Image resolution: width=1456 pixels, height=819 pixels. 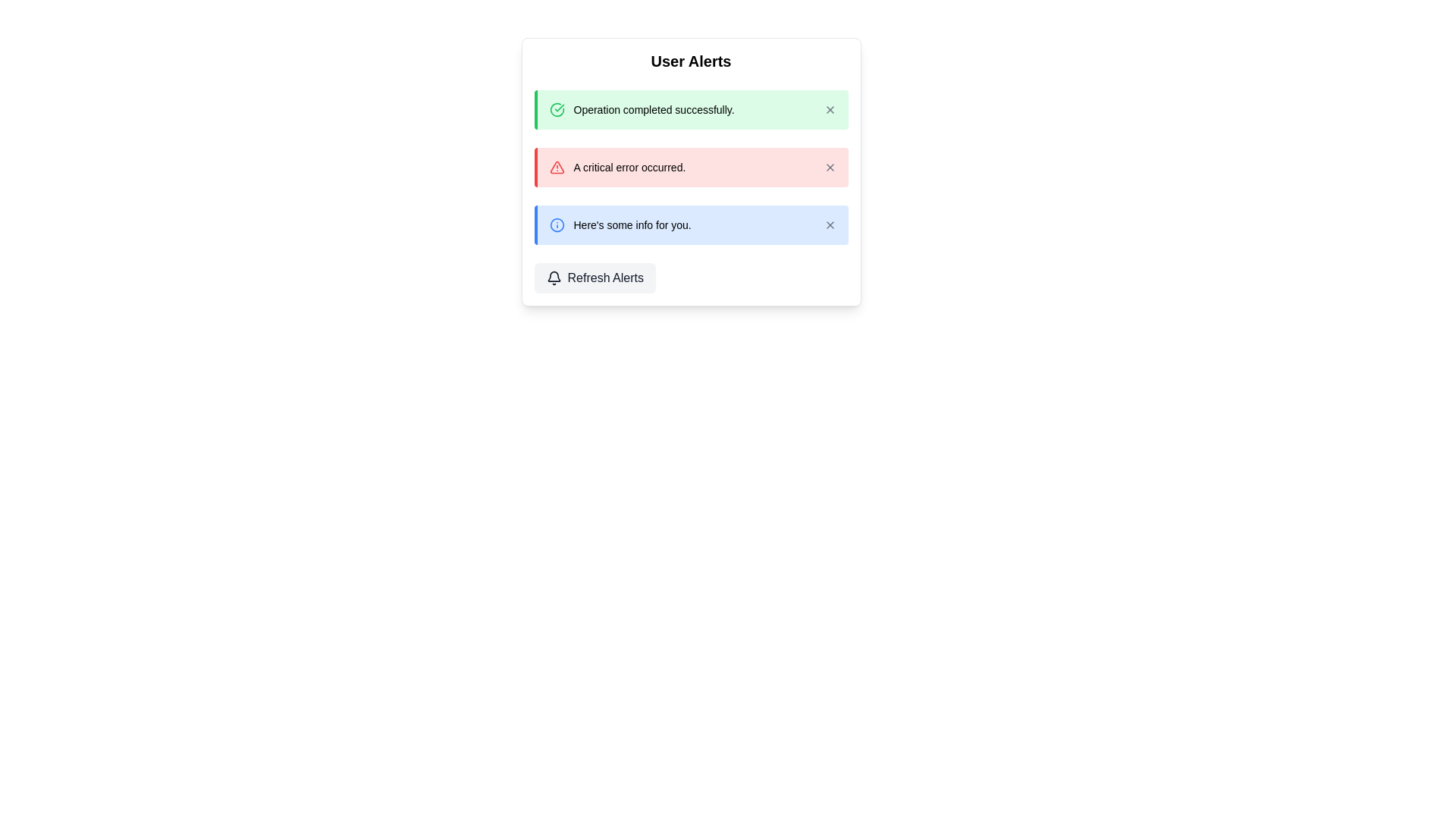 I want to click on the close button on the second alert notification box with a red border and light red background, so click(x=690, y=167).